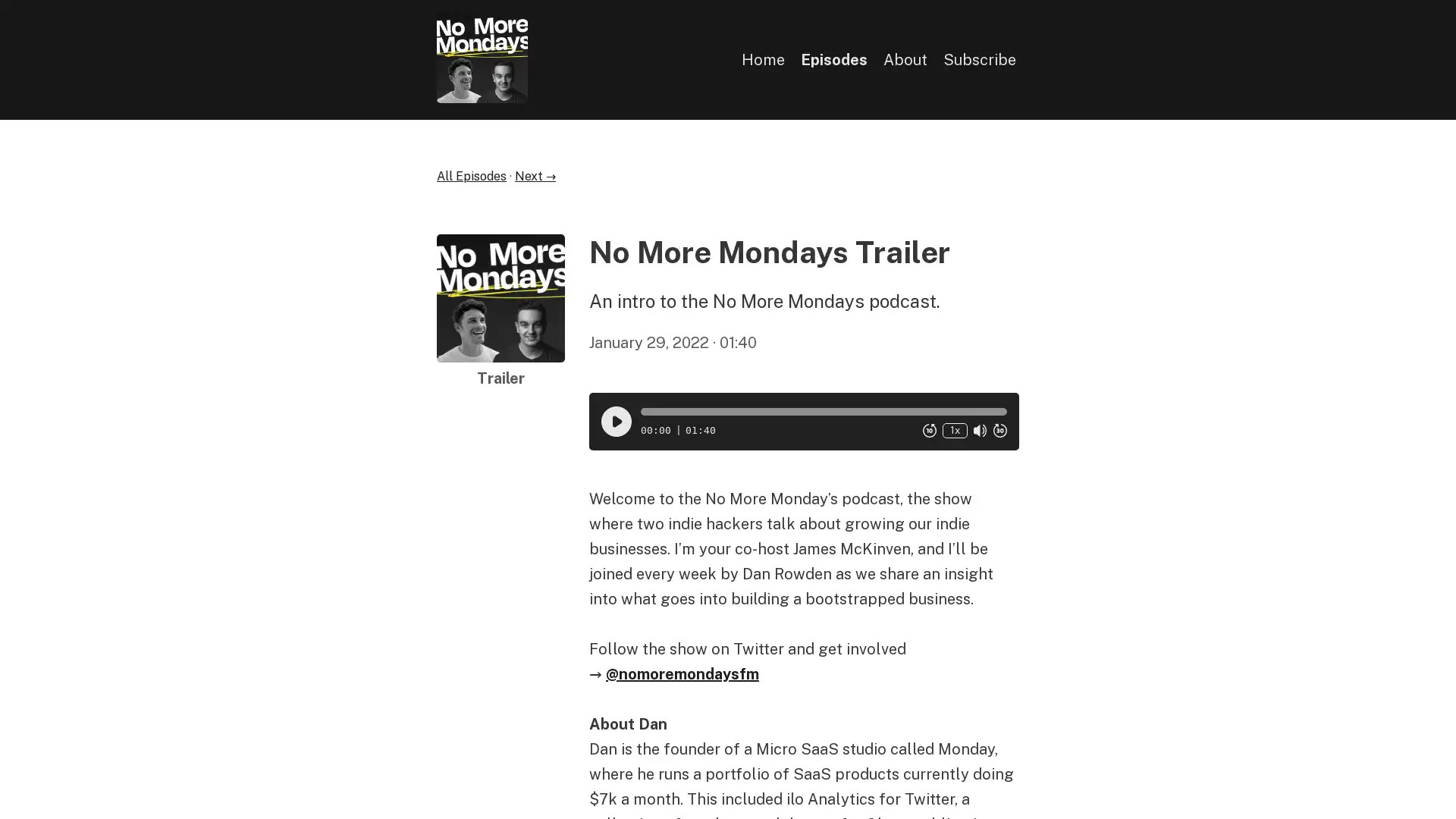 The height and width of the screenshot is (819, 1456). What do you see at coordinates (615, 421) in the screenshot?
I see `play` at bounding box center [615, 421].